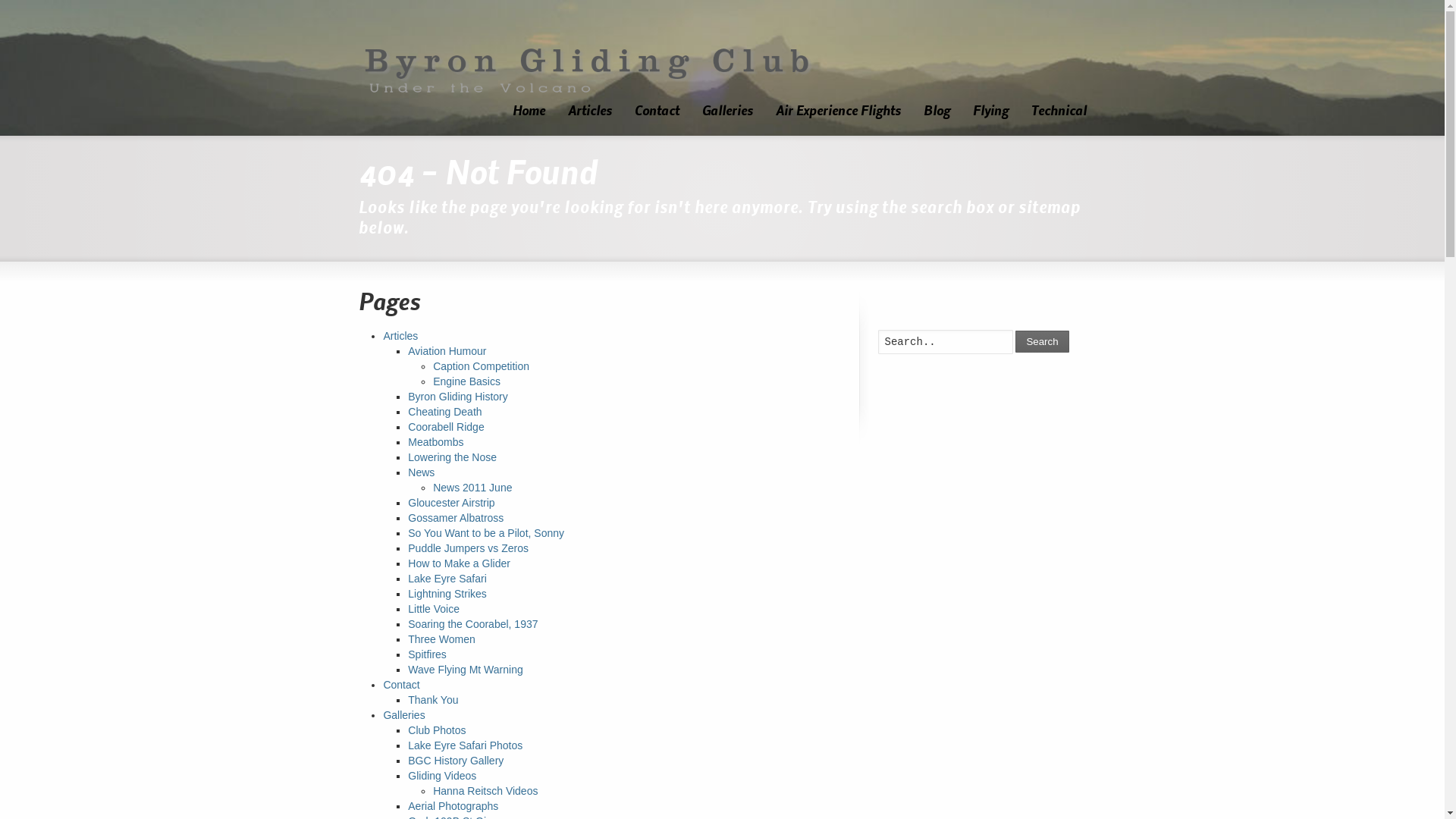 The width and height of the screenshot is (1456, 819). I want to click on 'Coorabell Ridge', so click(445, 427).